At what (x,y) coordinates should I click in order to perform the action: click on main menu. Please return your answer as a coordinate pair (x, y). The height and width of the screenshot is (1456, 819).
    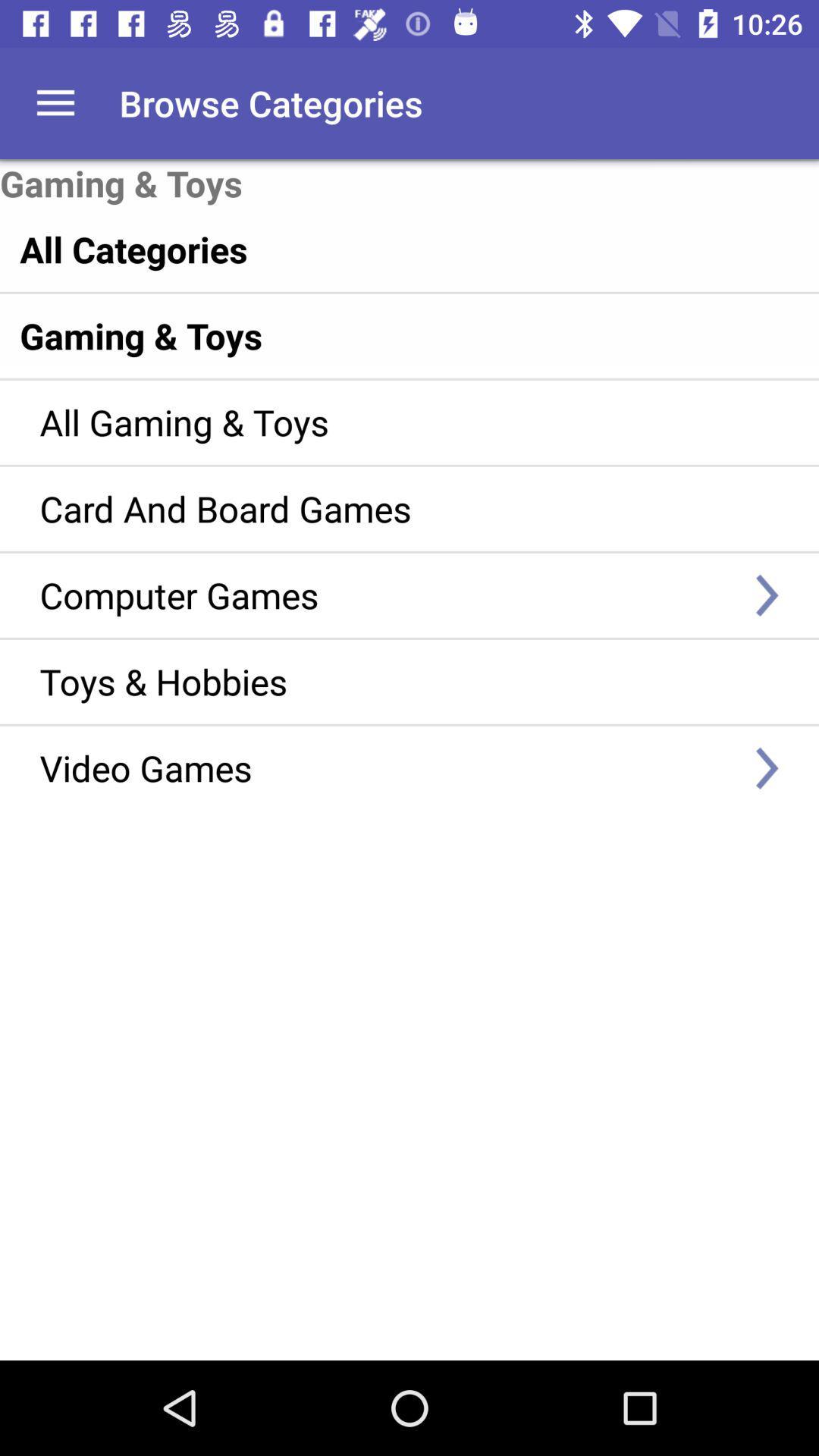
    Looking at the image, I should click on (55, 102).